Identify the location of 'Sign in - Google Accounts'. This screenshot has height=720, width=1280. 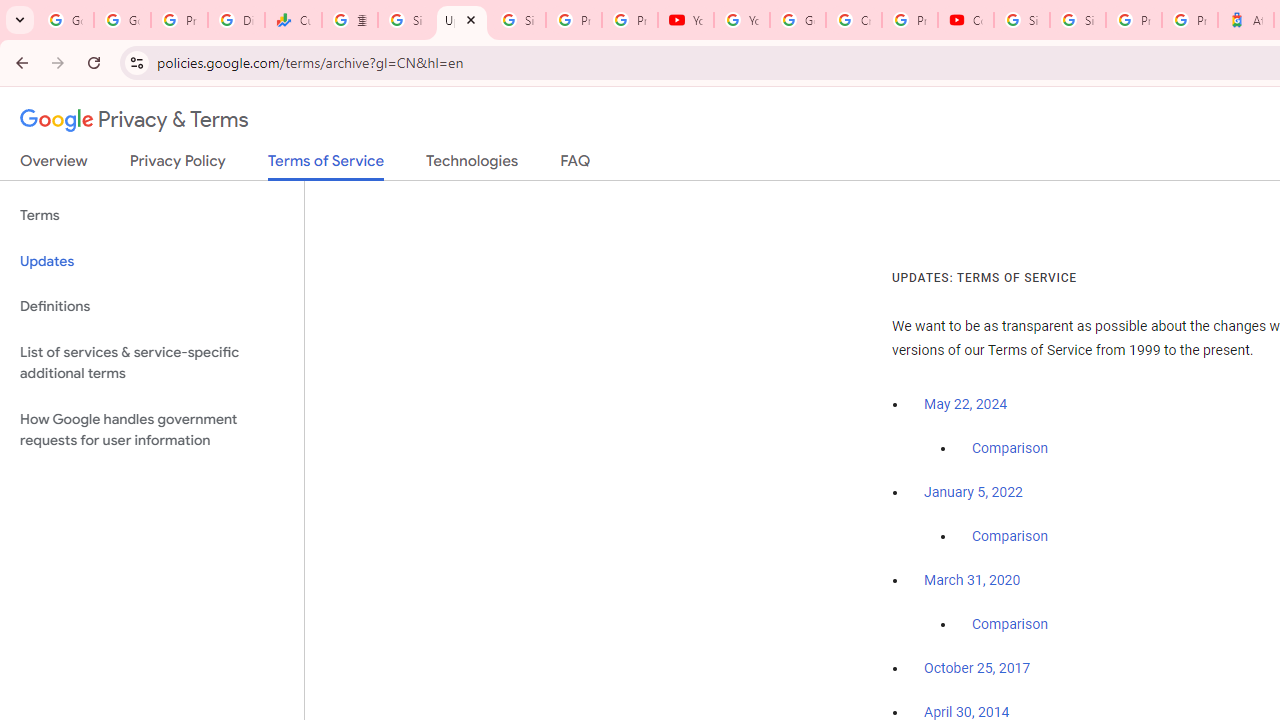
(404, 20).